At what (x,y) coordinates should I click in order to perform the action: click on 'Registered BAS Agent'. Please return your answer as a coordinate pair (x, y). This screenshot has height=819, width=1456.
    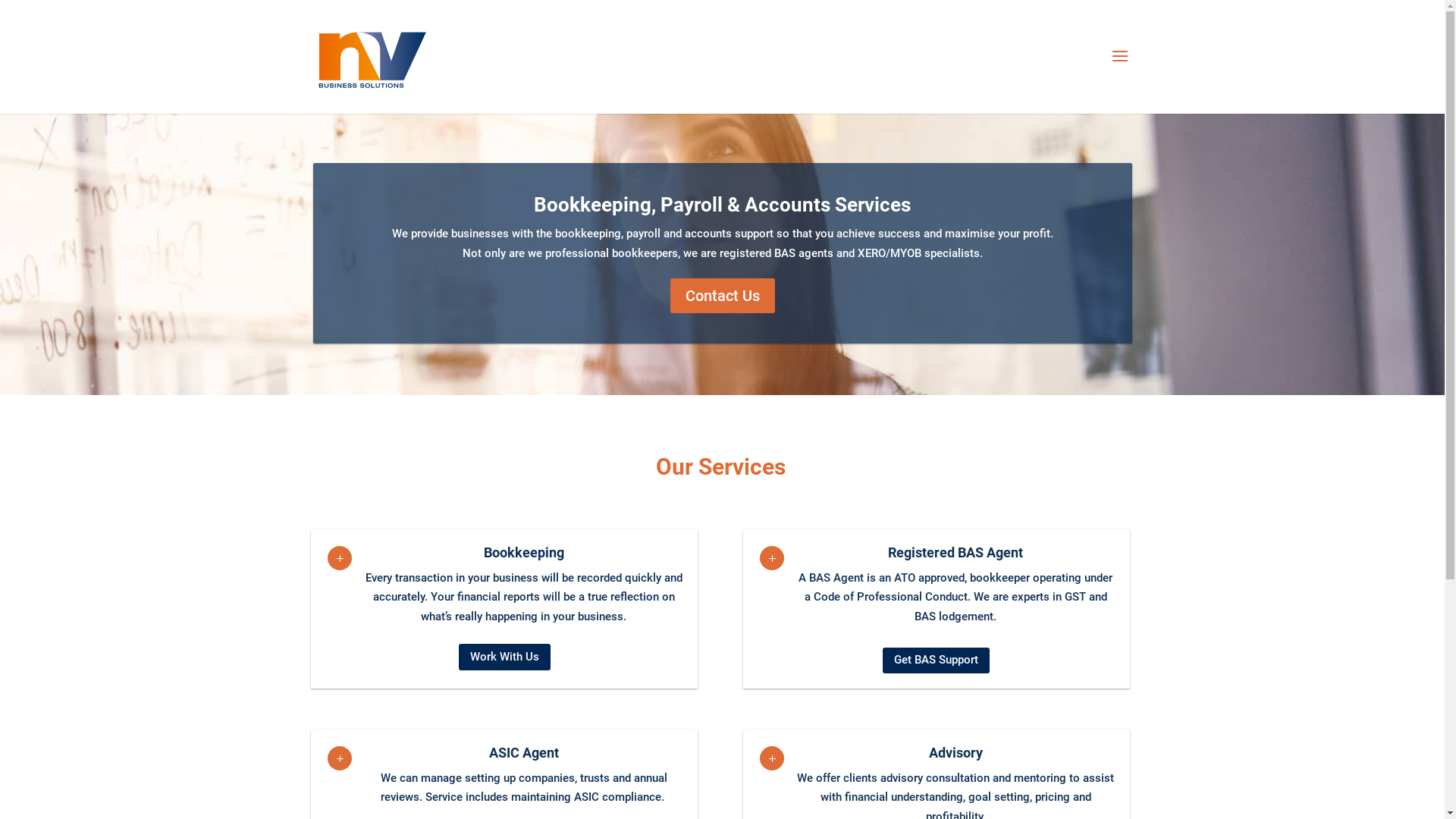
    Looking at the image, I should click on (954, 552).